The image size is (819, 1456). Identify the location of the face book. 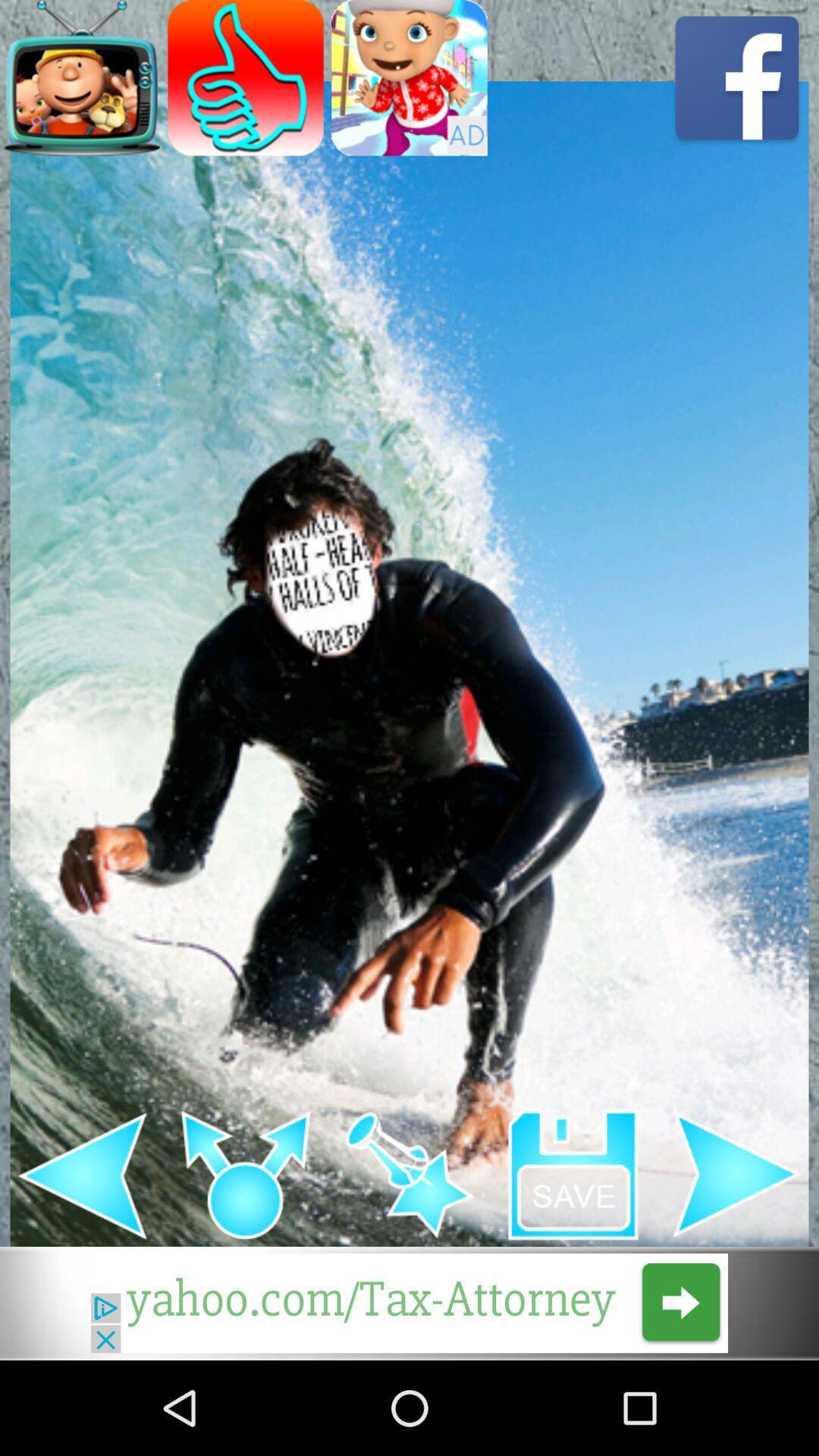
(736, 77).